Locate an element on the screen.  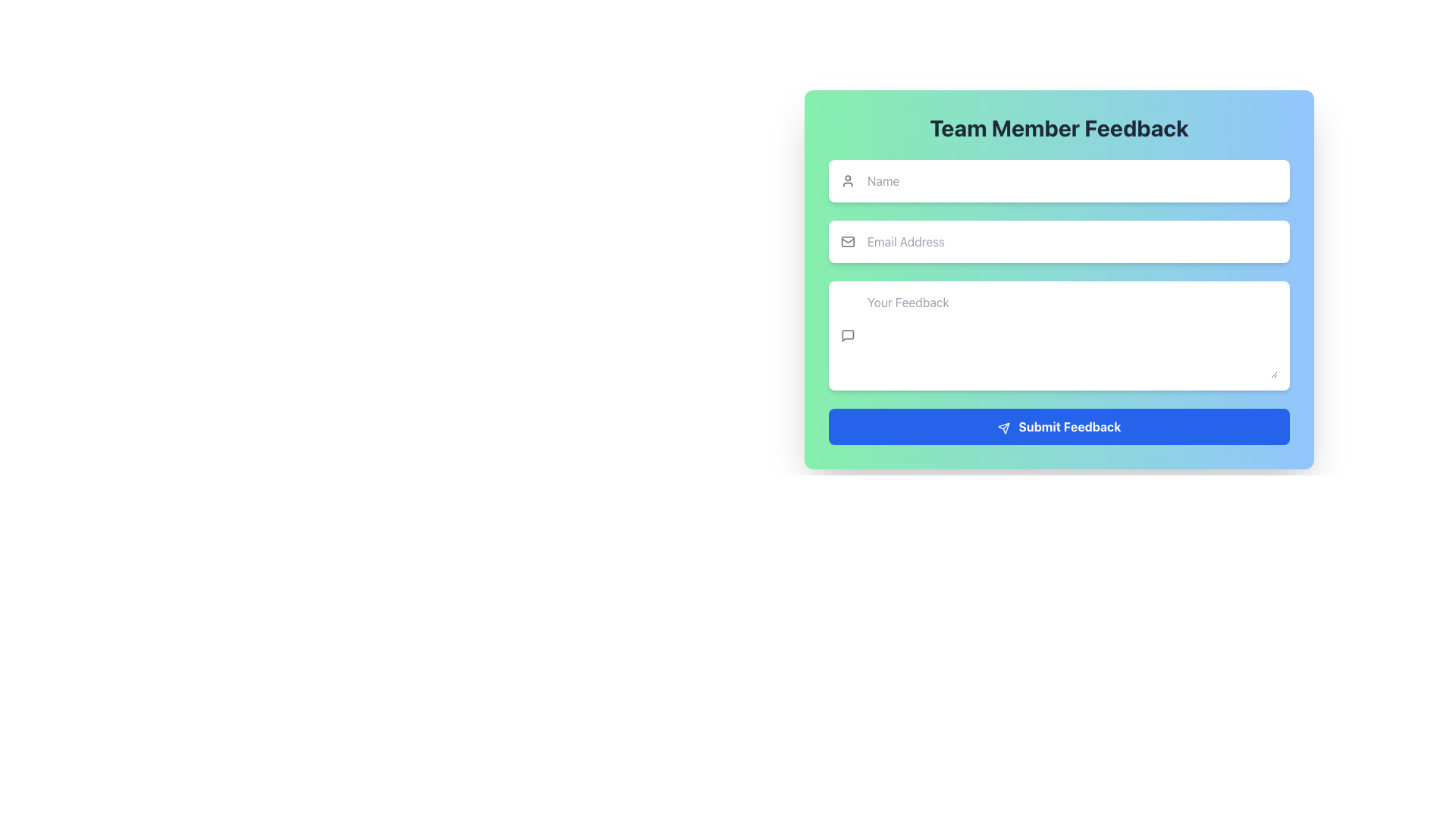
the small mail icon with a gray border and white background, located to the left of the 'Email Address' input field in the 'Team Member Feedback' form is located at coordinates (847, 241).